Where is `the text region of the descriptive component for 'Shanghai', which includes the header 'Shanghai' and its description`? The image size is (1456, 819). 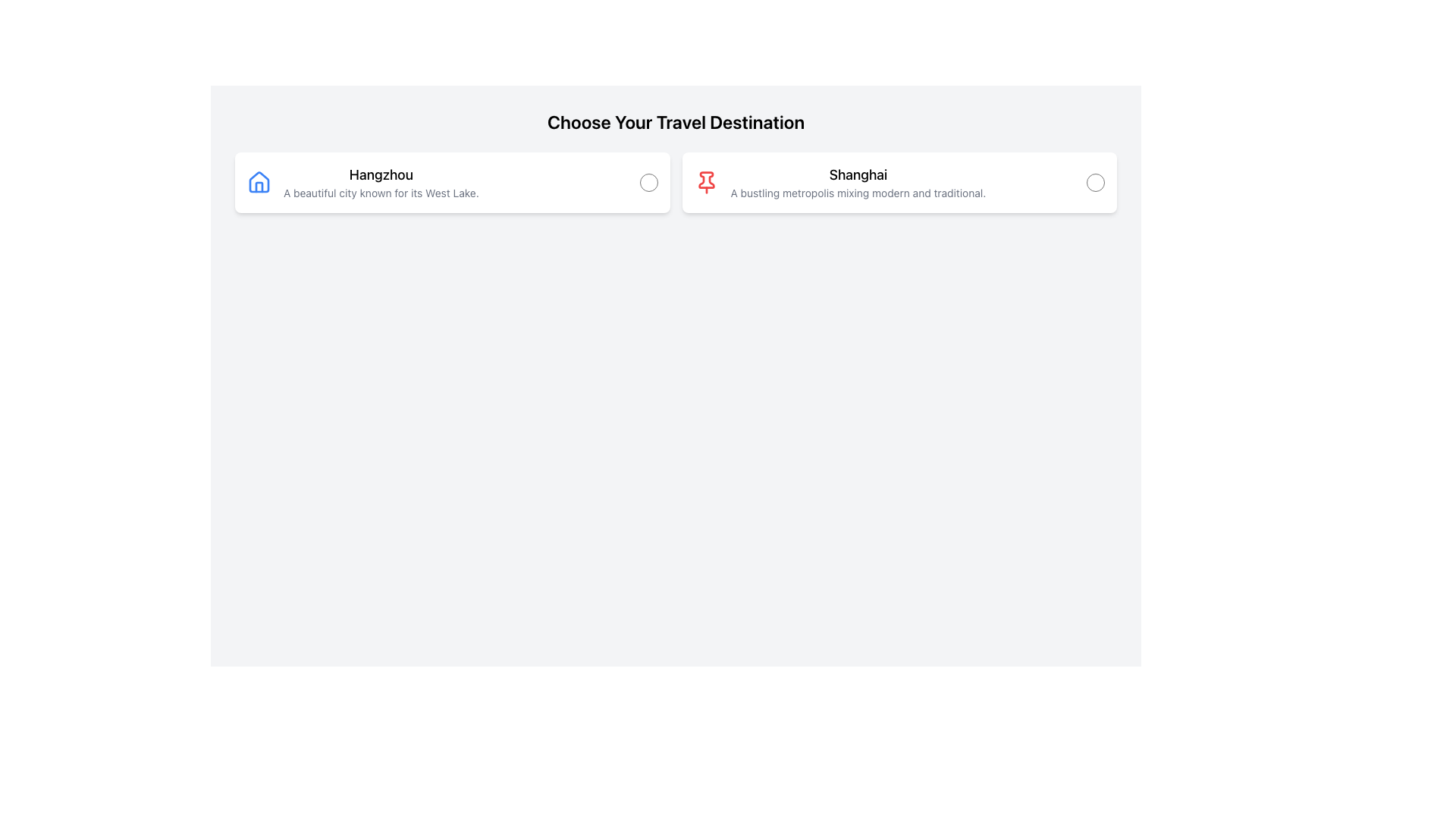
the text region of the descriptive component for 'Shanghai', which includes the header 'Shanghai' and its description is located at coordinates (839, 181).